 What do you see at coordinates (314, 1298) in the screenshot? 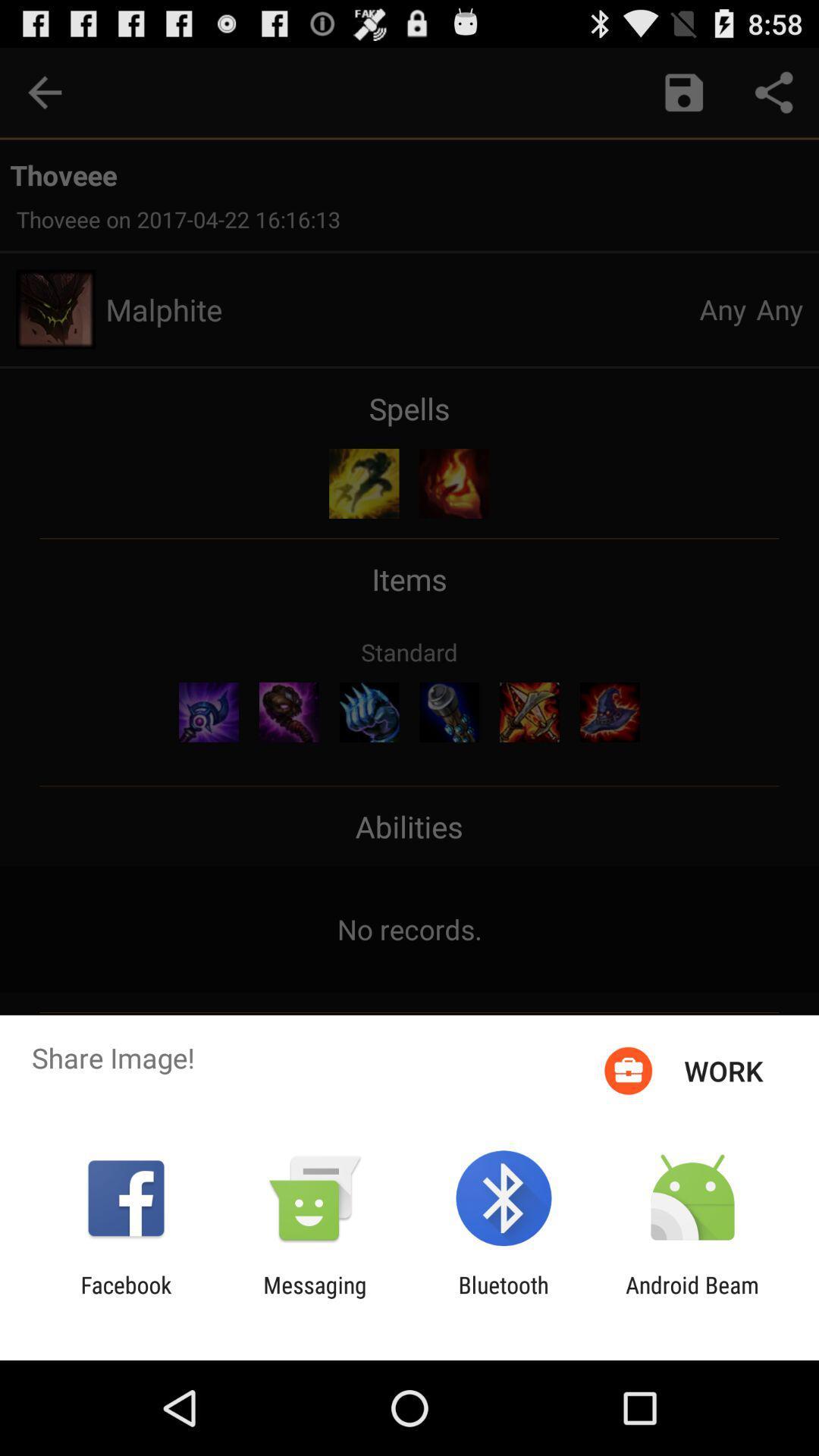
I see `icon next to bluetooth` at bounding box center [314, 1298].